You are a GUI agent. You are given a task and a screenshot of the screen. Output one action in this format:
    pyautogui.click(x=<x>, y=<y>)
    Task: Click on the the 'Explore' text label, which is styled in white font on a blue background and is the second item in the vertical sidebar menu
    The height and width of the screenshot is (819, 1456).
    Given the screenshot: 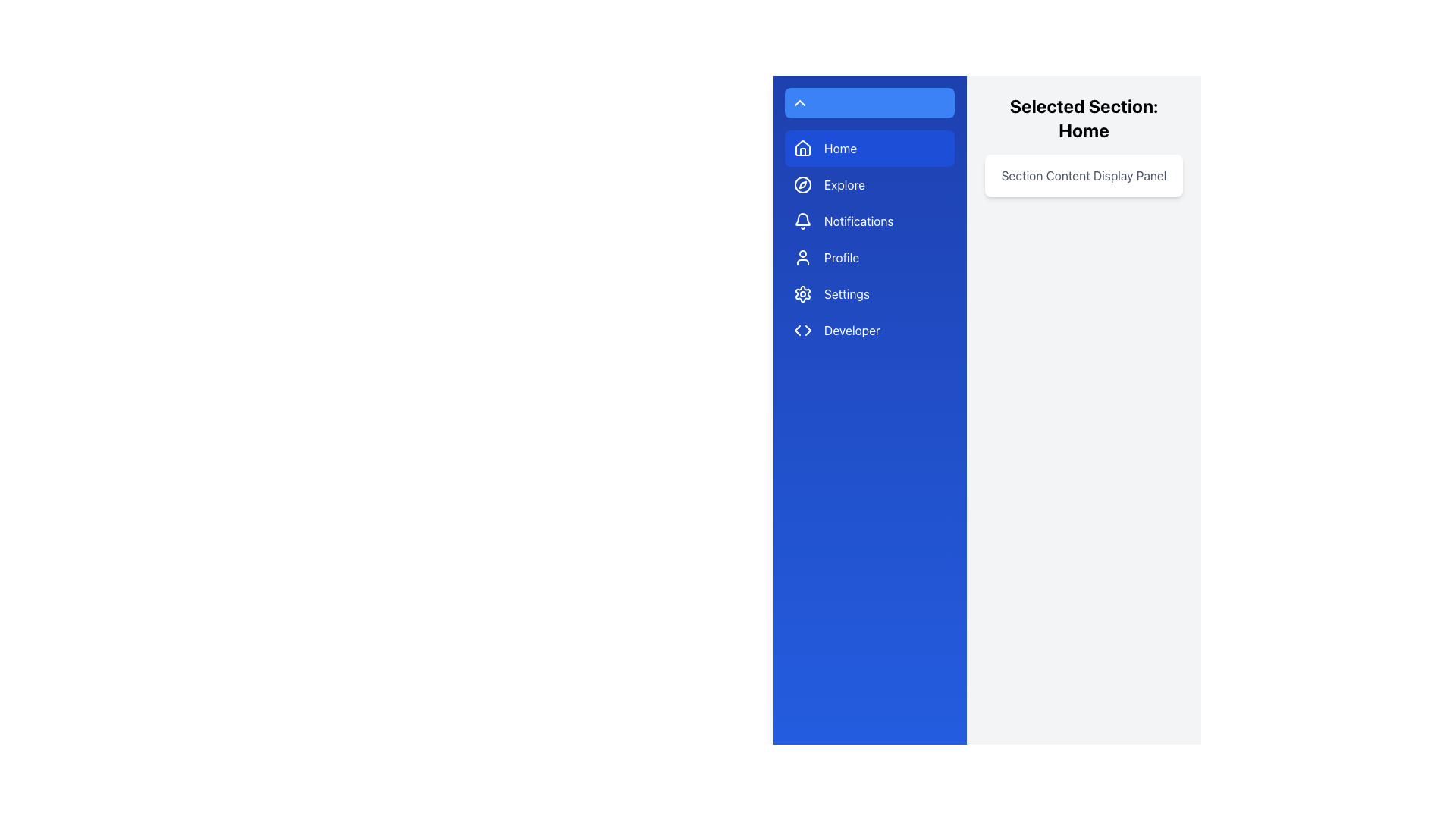 What is the action you would take?
    pyautogui.click(x=843, y=184)
    